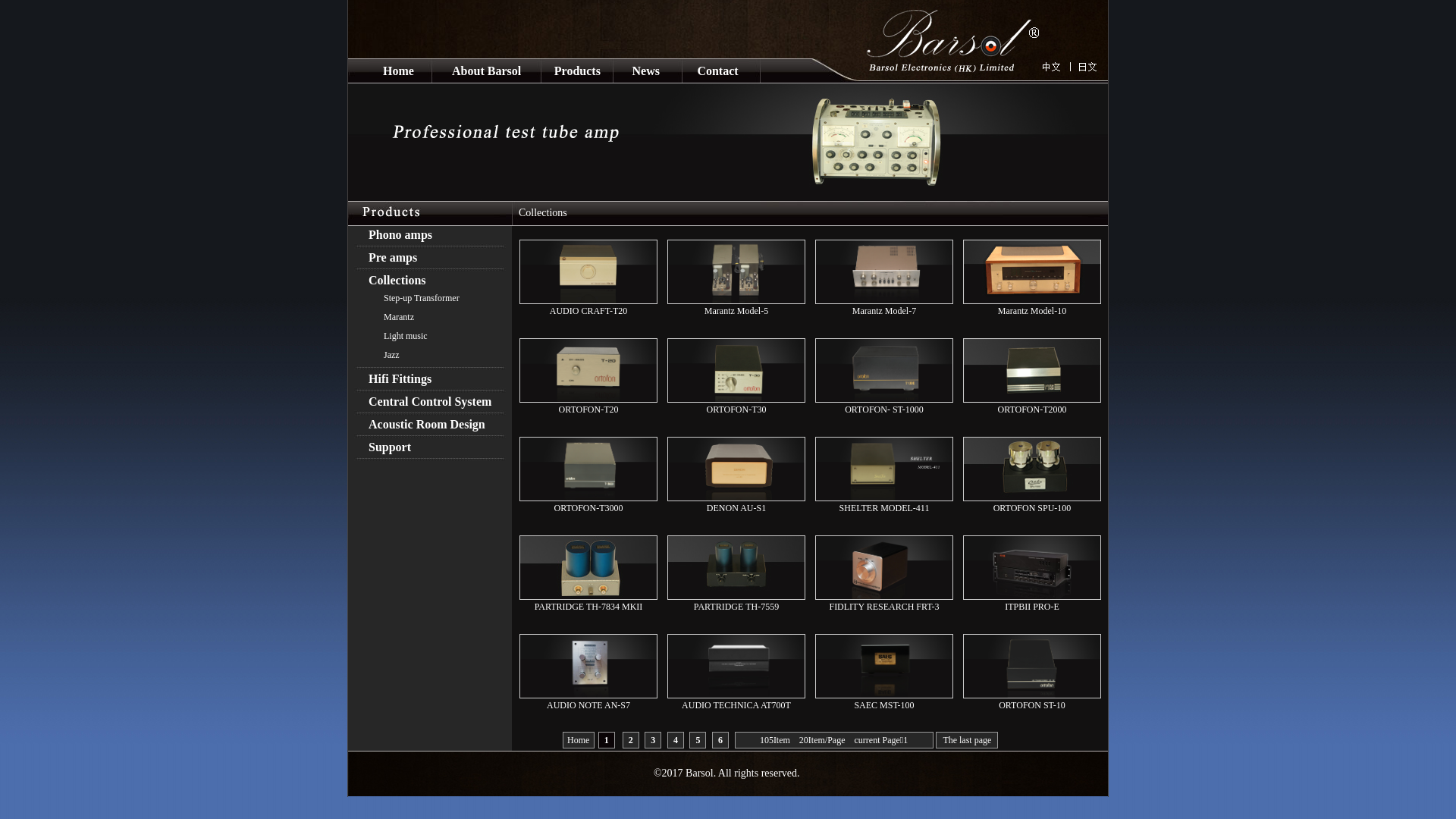  What do you see at coordinates (716, 70) in the screenshot?
I see `'Contact'` at bounding box center [716, 70].